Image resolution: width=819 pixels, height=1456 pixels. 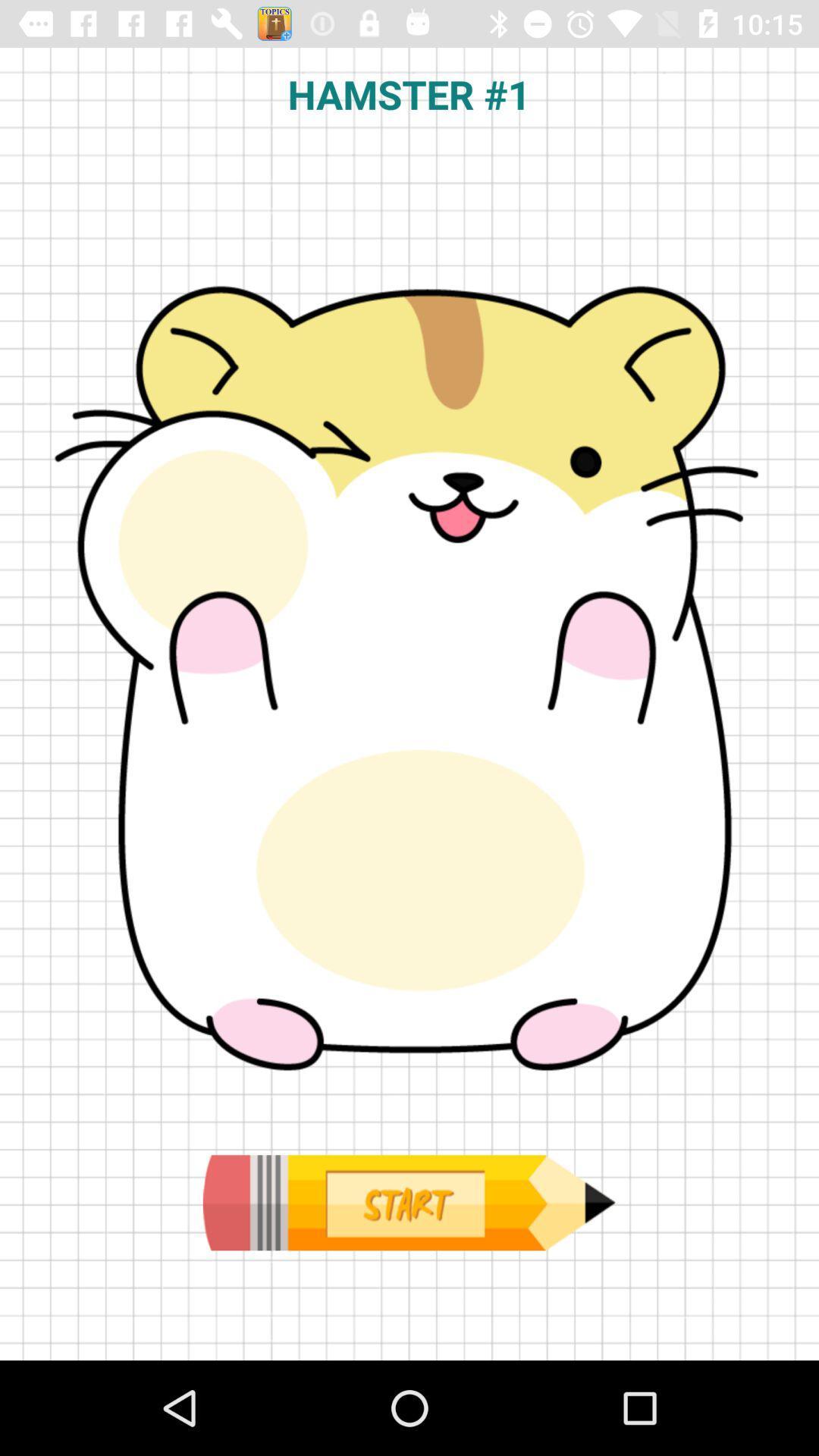 What do you see at coordinates (408, 1202) in the screenshot?
I see `this is button to start the task` at bounding box center [408, 1202].